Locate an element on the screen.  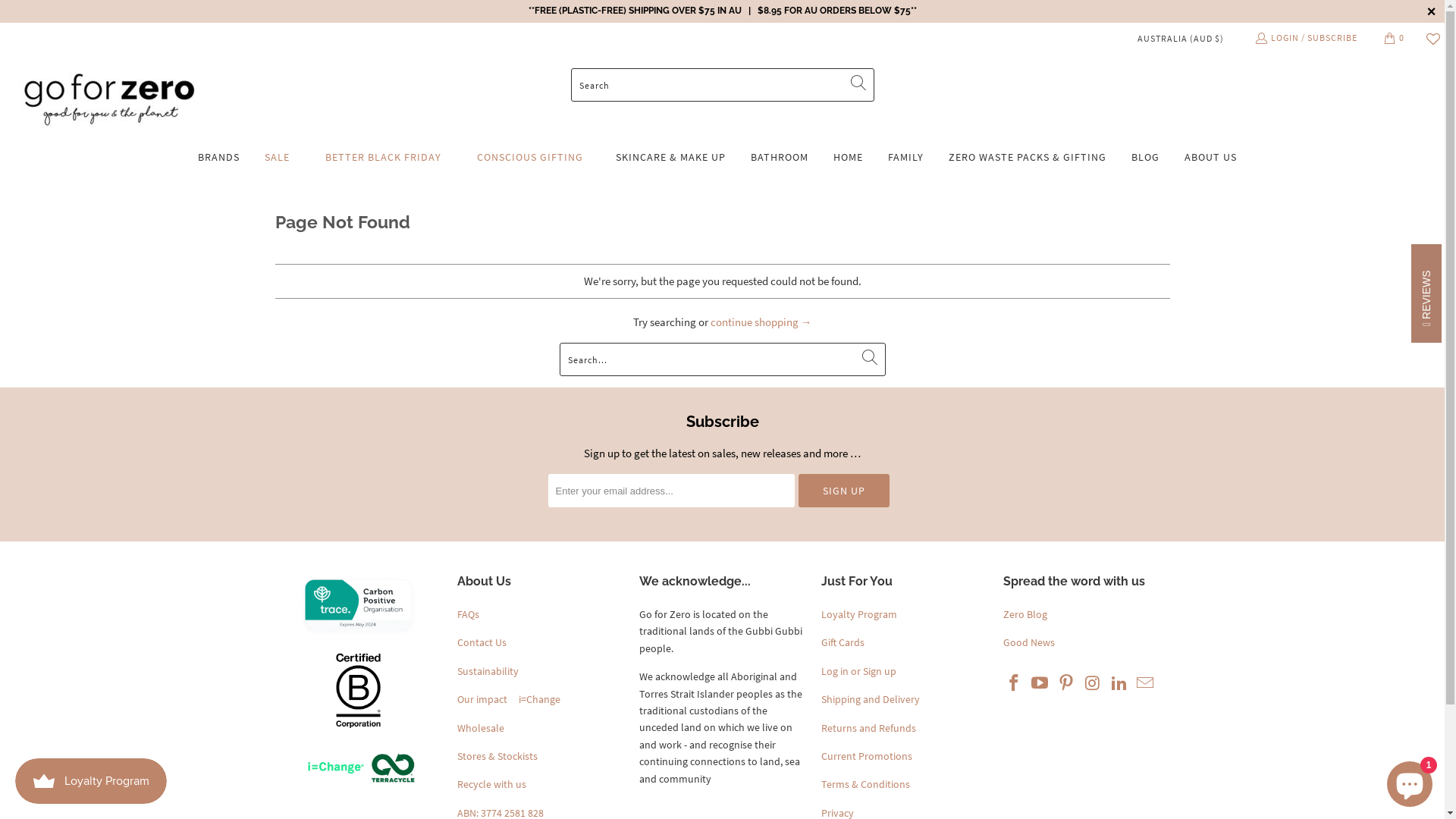
'FAQs' is located at coordinates (466, 614).